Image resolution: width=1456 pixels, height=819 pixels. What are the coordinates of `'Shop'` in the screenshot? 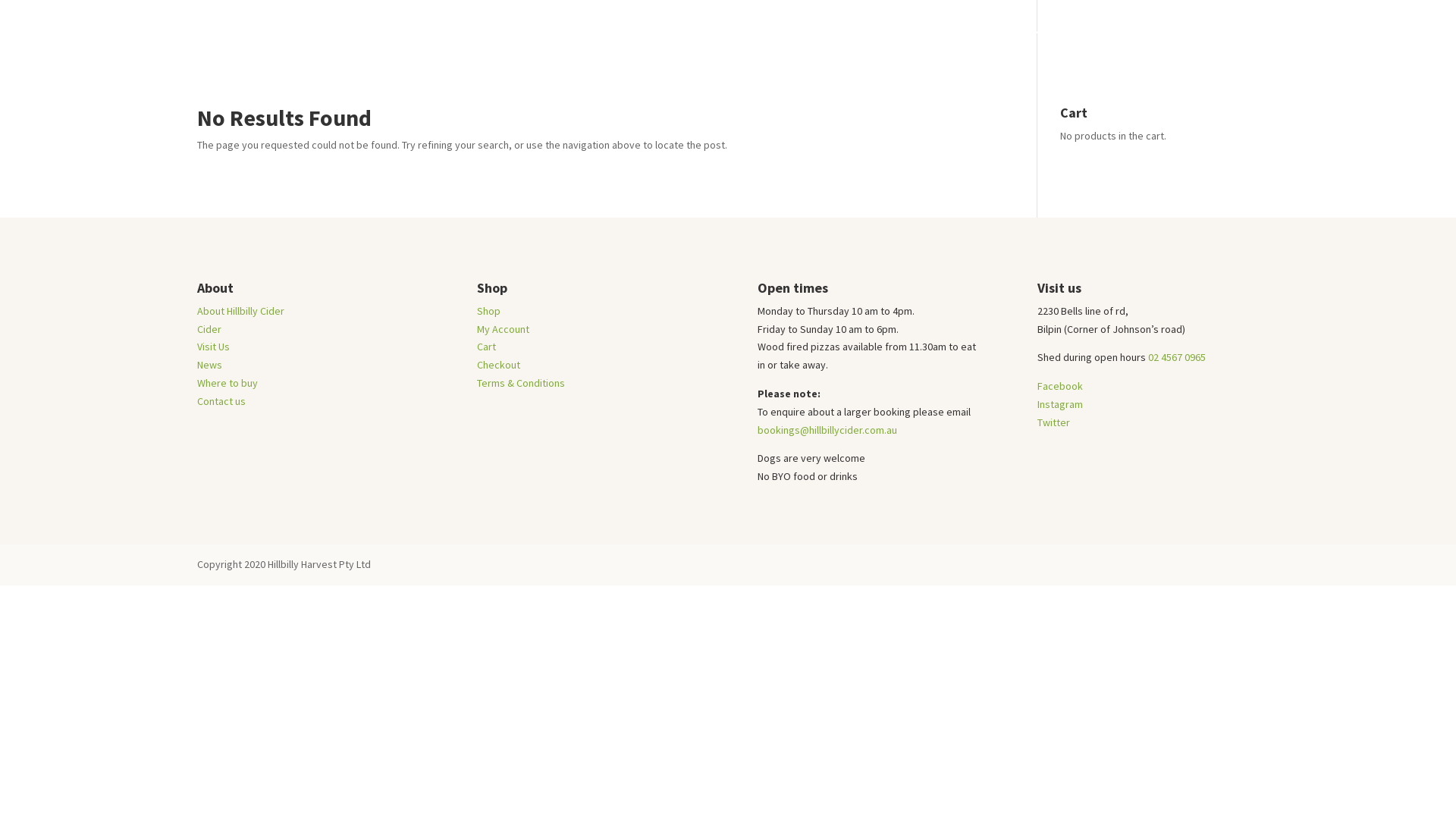 It's located at (871, 42).